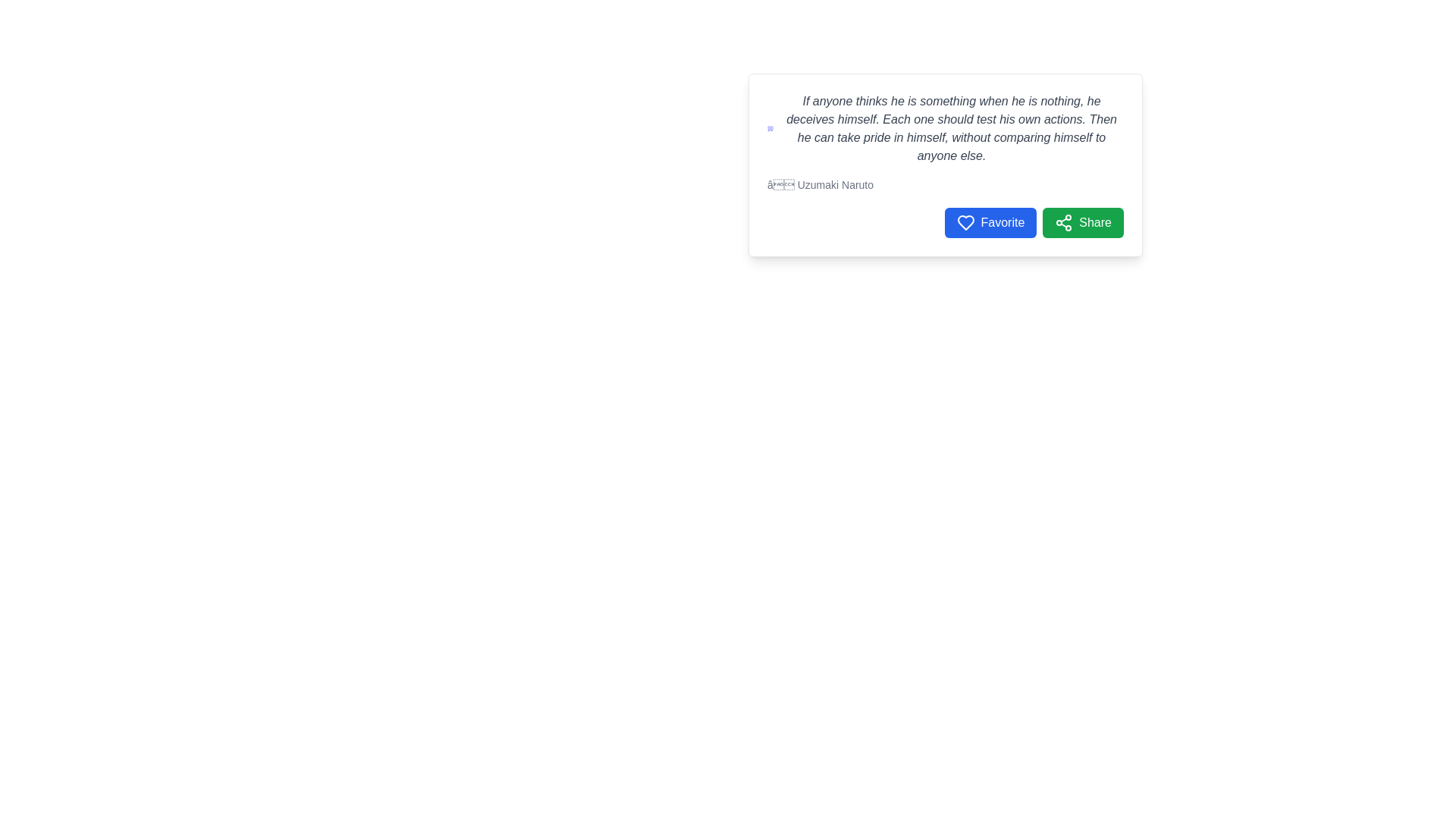 The image size is (1456, 819). What do you see at coordinates (951, 127) in the screenshot?
I see `italicized text content displayed in the white card component, which serves as a quotation or notable statement` at bounding box center [951, 127].